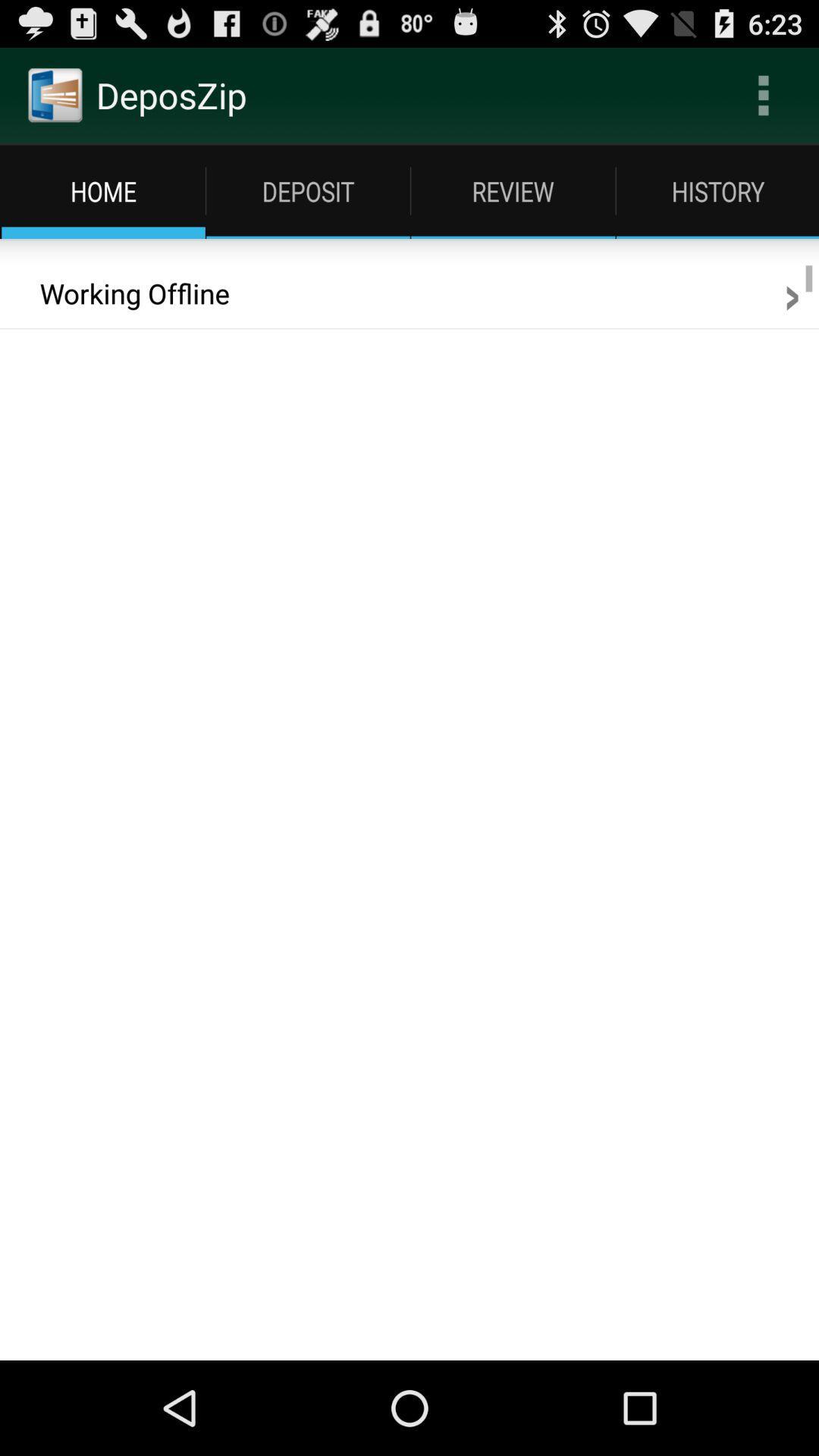 The image size is (819, 1456). What do you see at coordinates (763, 94) in the screenshot?
I see `the item above the history icon` at bounding box center [763, 94].